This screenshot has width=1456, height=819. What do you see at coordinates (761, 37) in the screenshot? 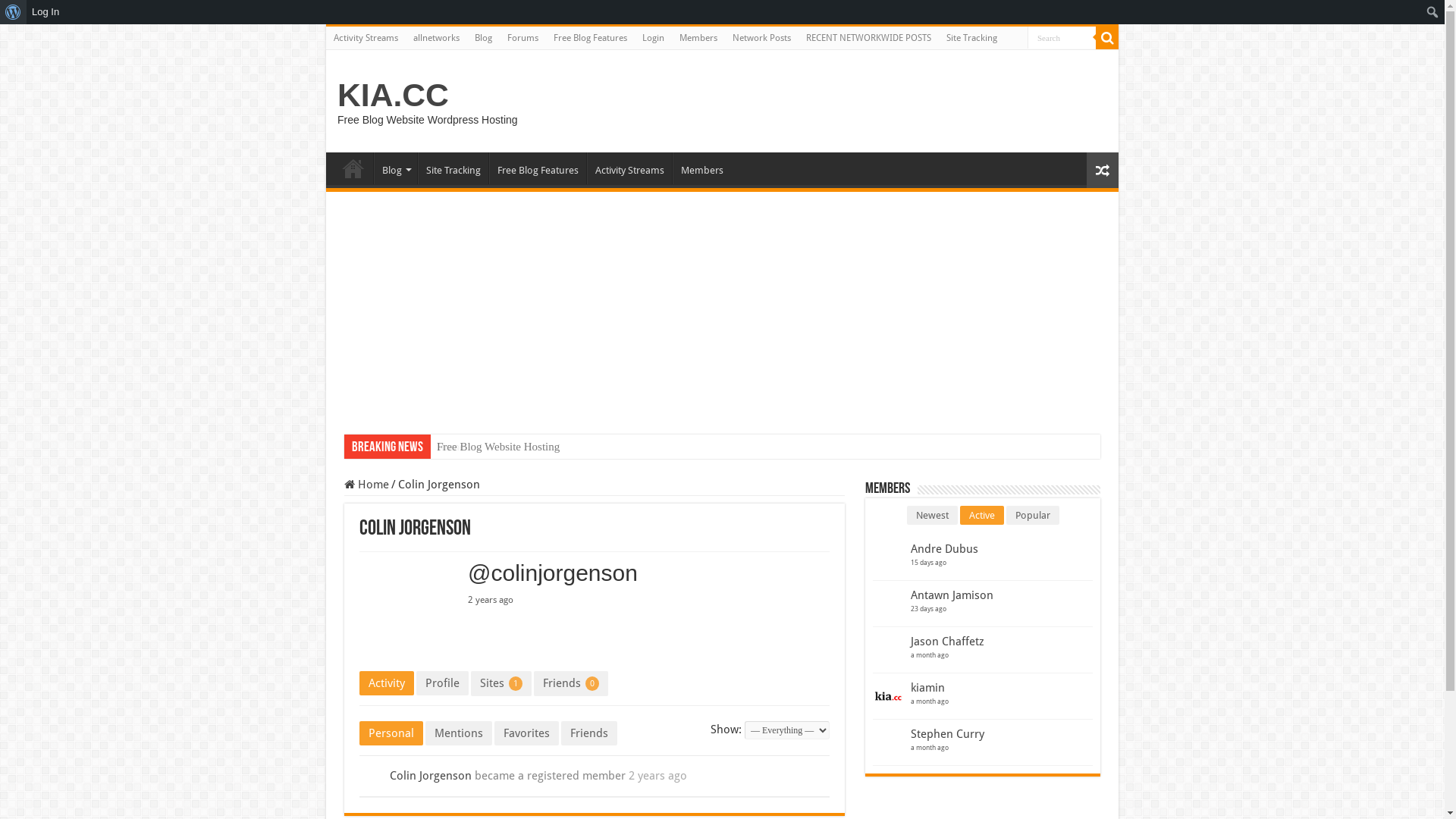
I see `'Network Posts'` at bounding box center [761, 37].